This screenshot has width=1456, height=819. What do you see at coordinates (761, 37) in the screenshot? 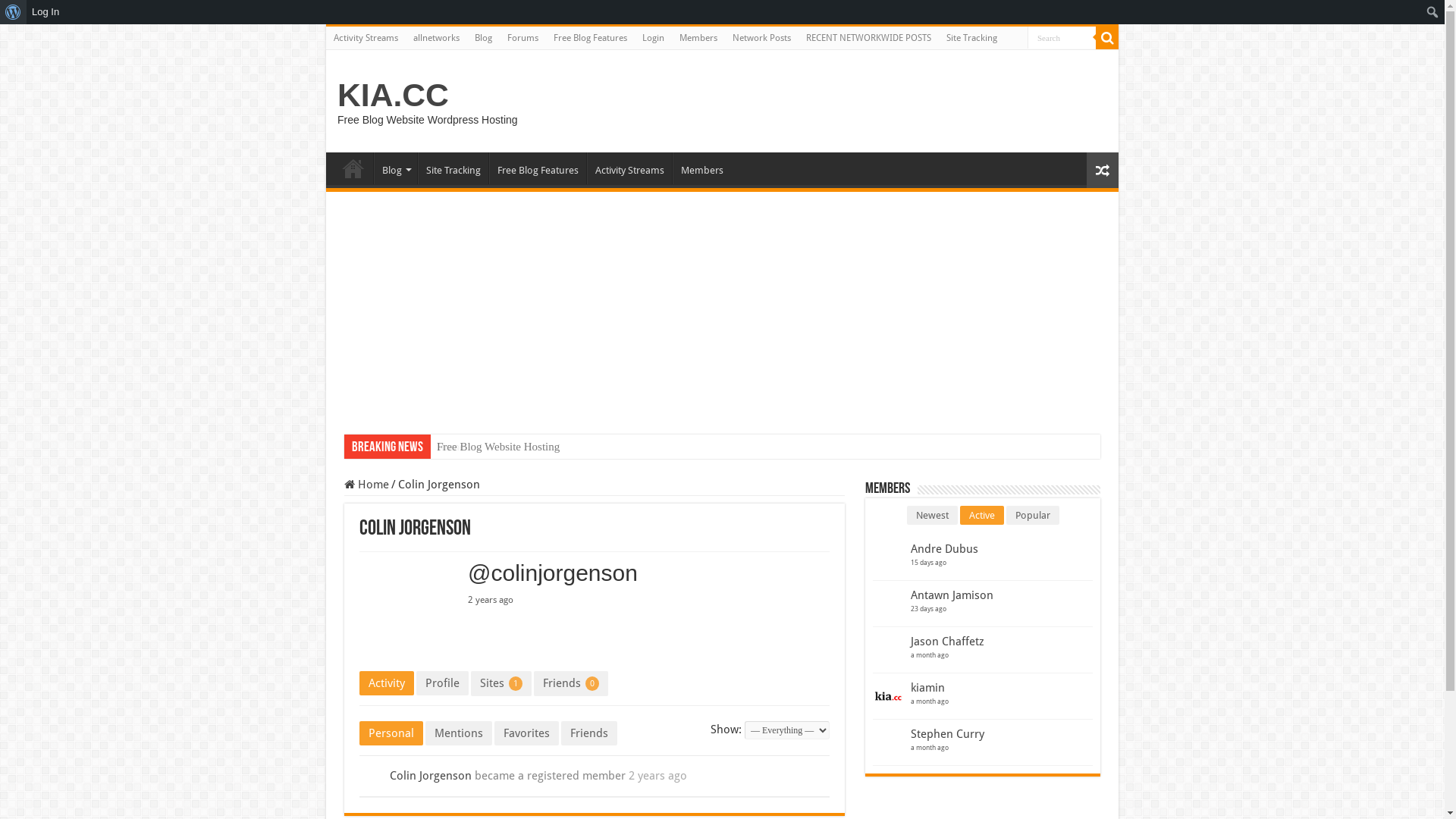
I see `'Network Posts'` at bounding box center [761, 37].